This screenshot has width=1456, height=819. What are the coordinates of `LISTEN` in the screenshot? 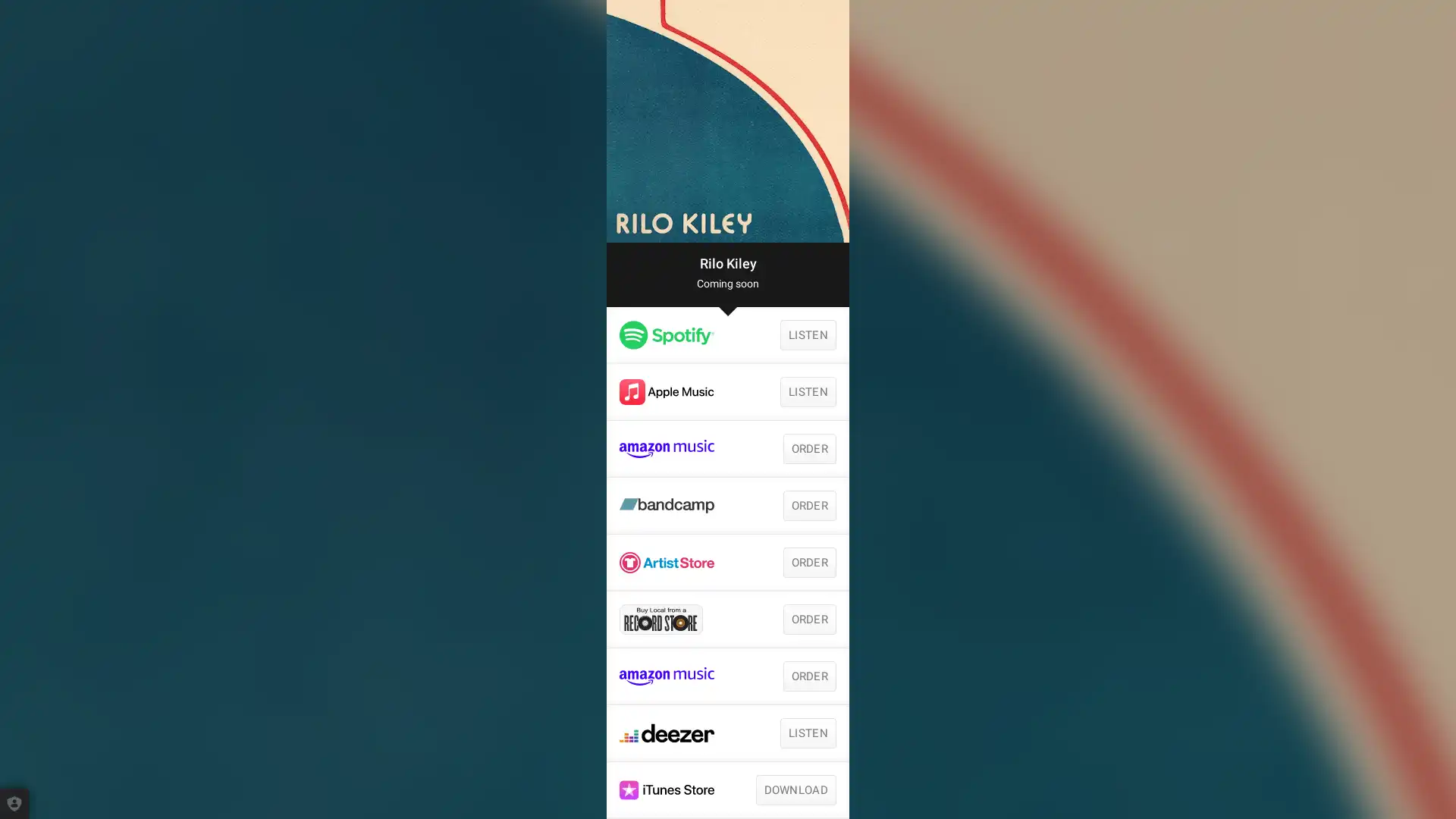 It's located at (807, 334).